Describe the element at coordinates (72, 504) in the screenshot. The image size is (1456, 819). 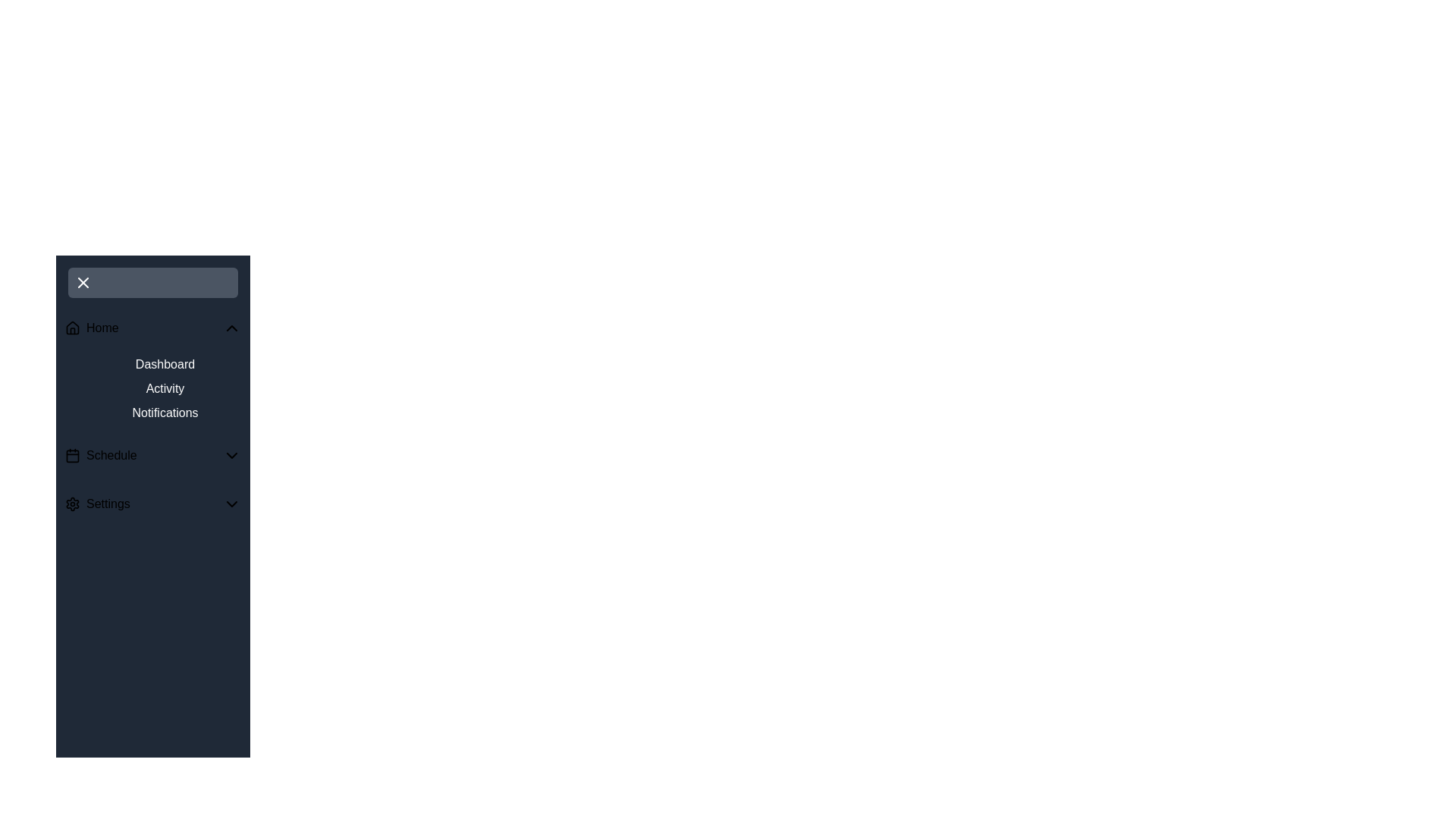
I see `the gear icon associated with settings, which is styled with a dark theme and located next to the 'Settings' text in the left navigation menu` at that location.